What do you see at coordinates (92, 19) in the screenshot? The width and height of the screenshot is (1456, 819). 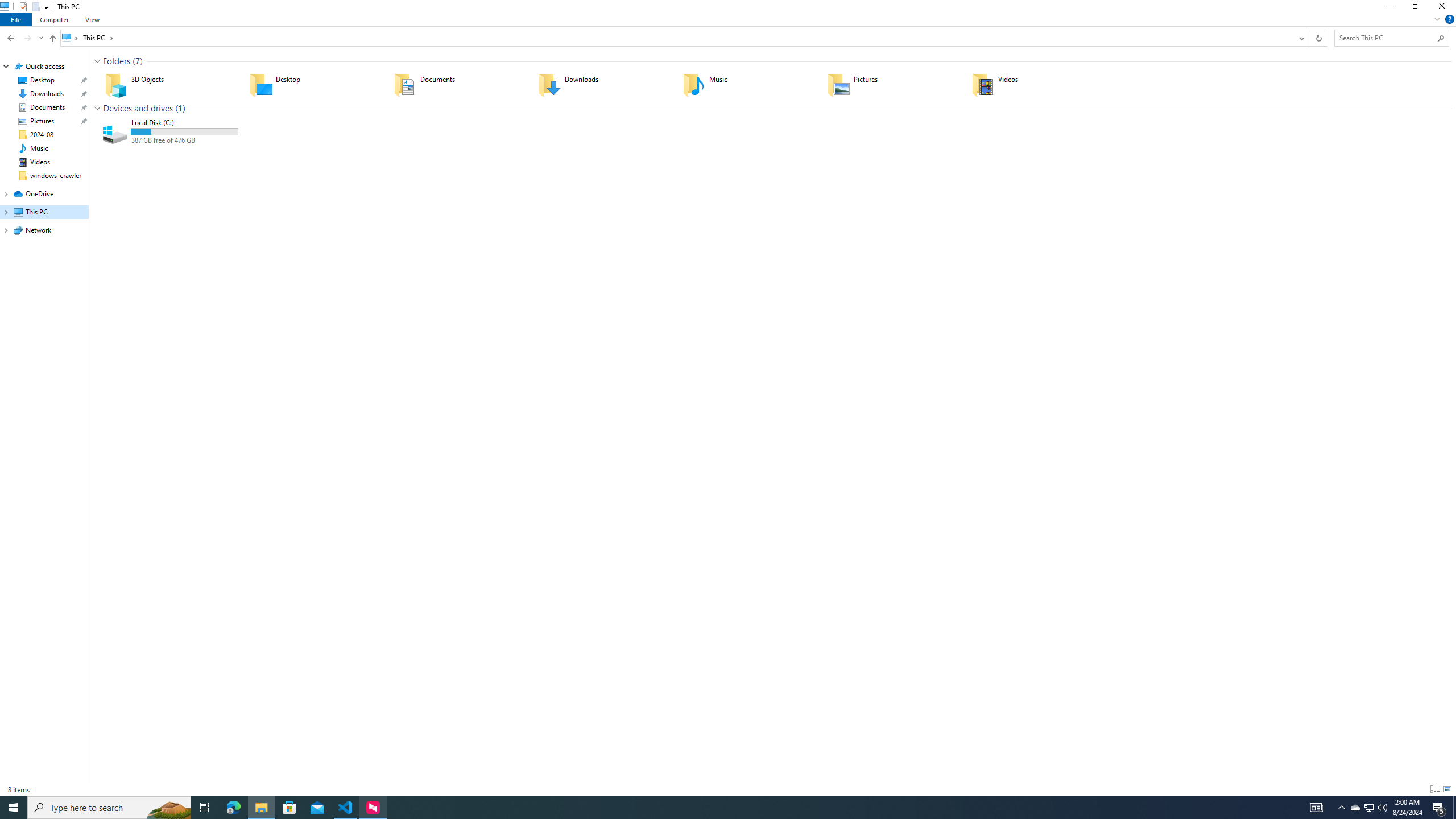 I see `'View'` at bounding box center [92, 19].